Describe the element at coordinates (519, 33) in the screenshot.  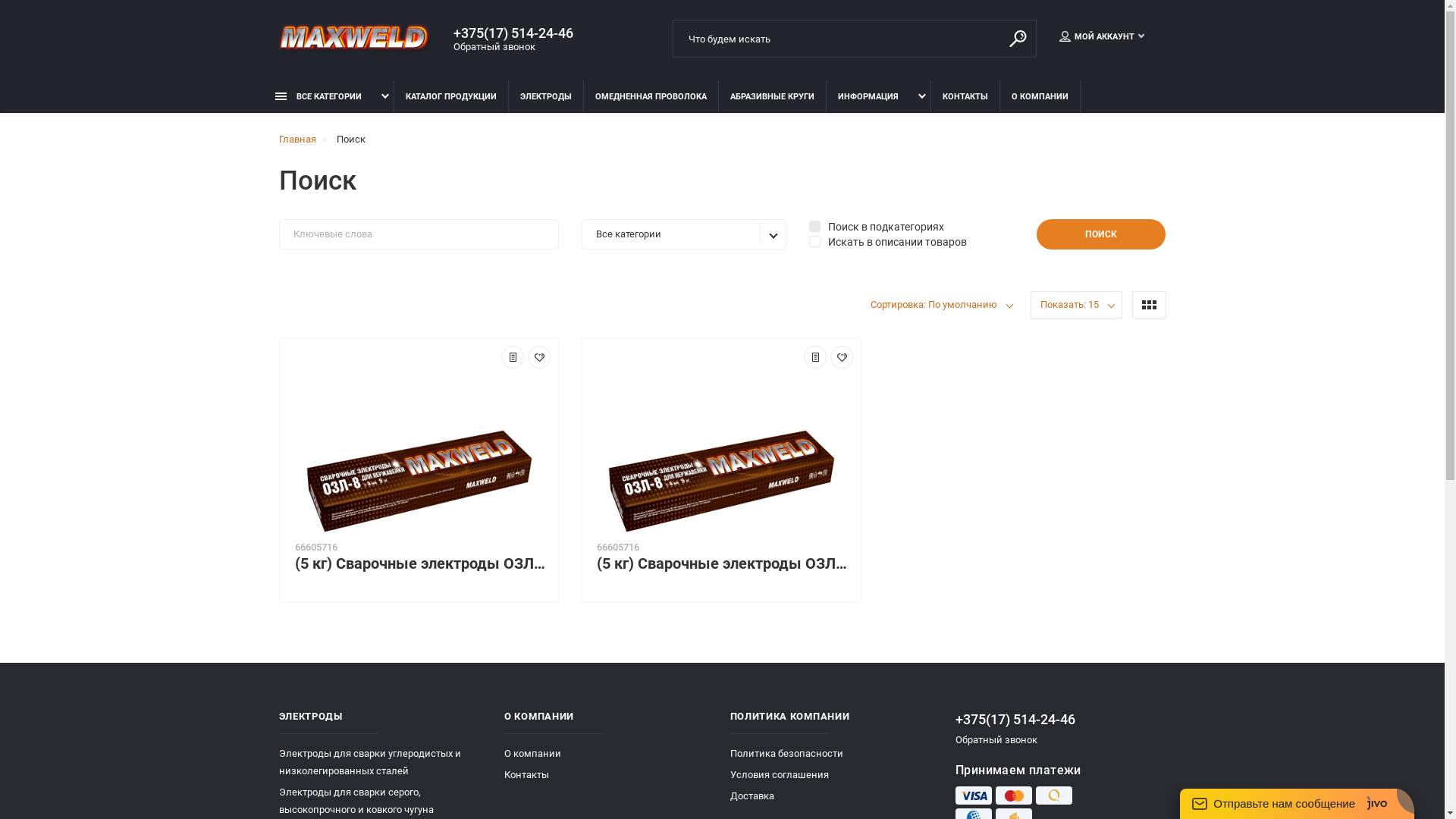
I see `'+375(17) 514-24-46'` at that location.